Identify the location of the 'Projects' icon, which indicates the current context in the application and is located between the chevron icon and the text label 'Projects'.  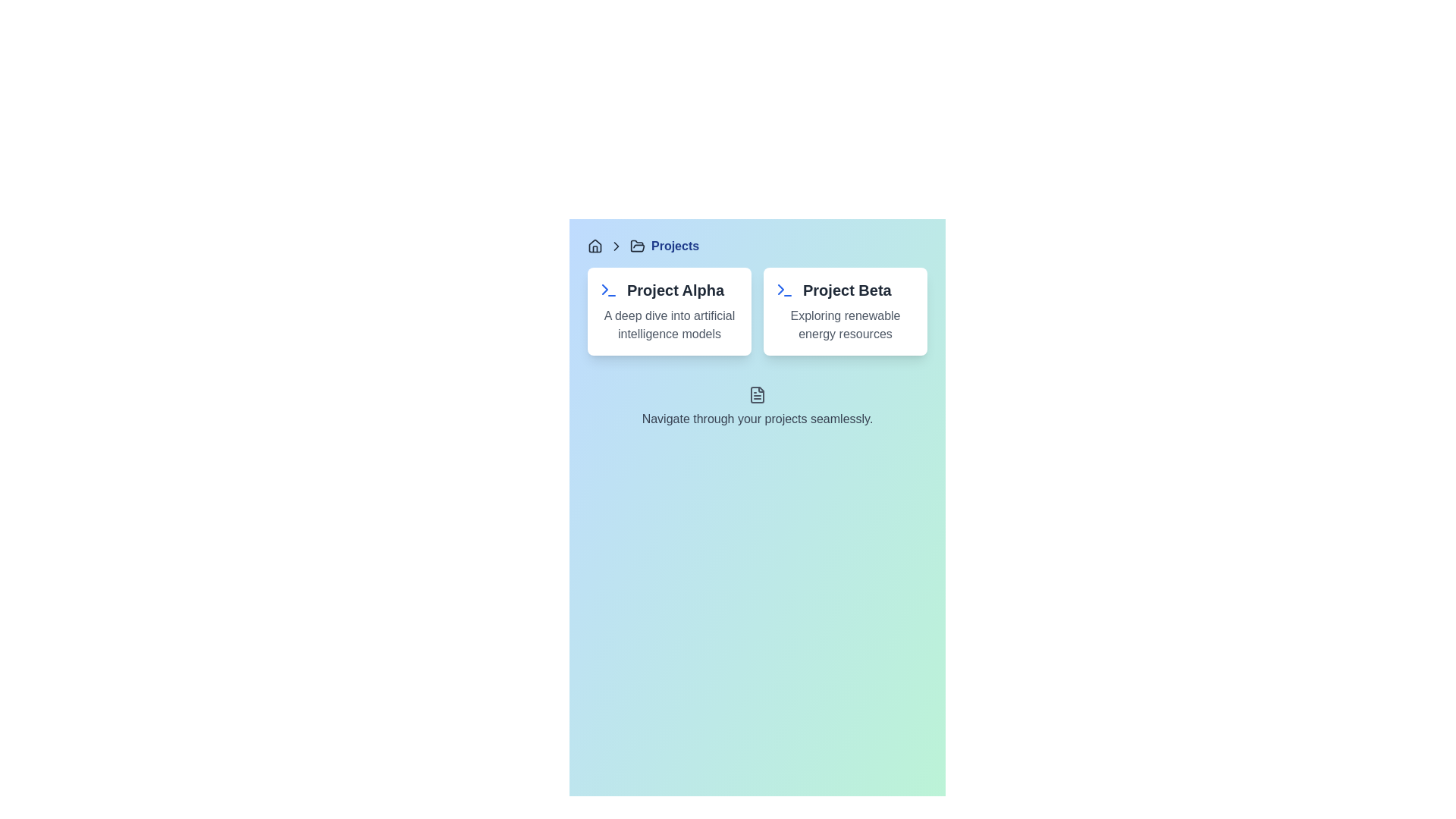
(637, 245).